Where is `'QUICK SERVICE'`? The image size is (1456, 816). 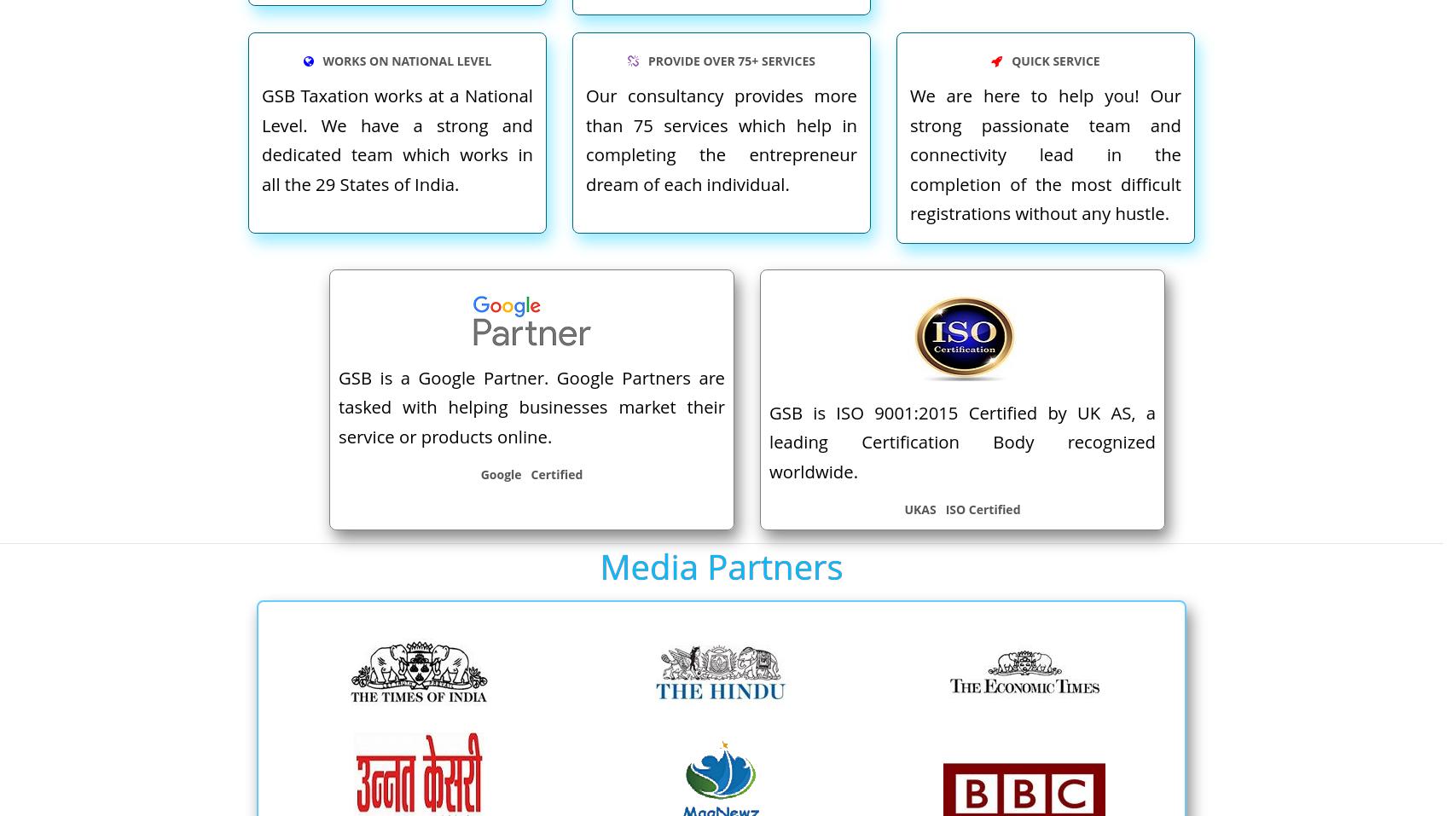 'QUICK SERVICE' is located at coordinates (1049, 60).